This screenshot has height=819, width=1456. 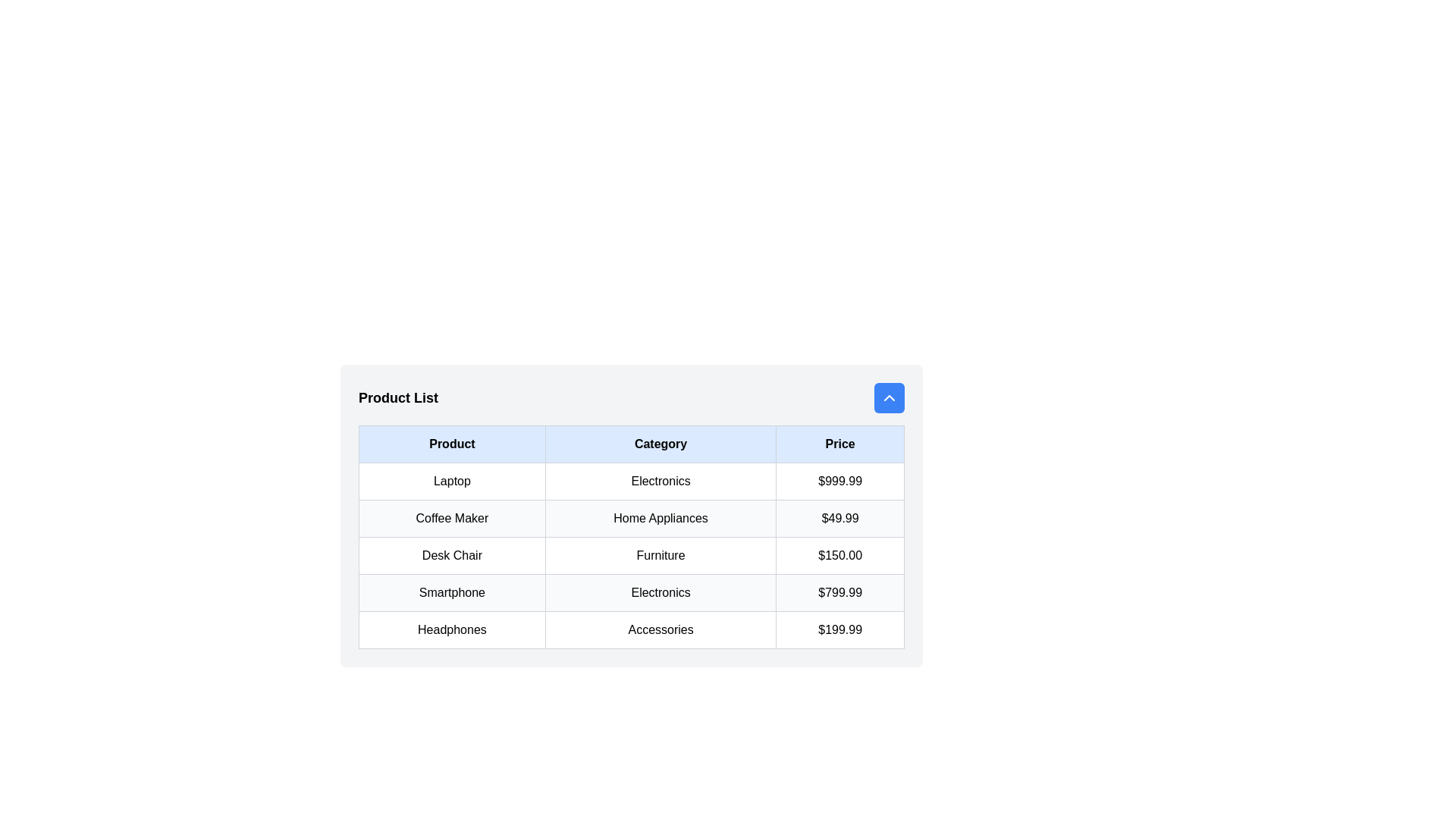 What do you see at coordinates (451, 555) in the screenshot?
I see `text displayed in the Text label for the product name 'Desk Chair' located in the third row of the tabular data grid under the 'Product' column heading` at bounding box center [451, 555].